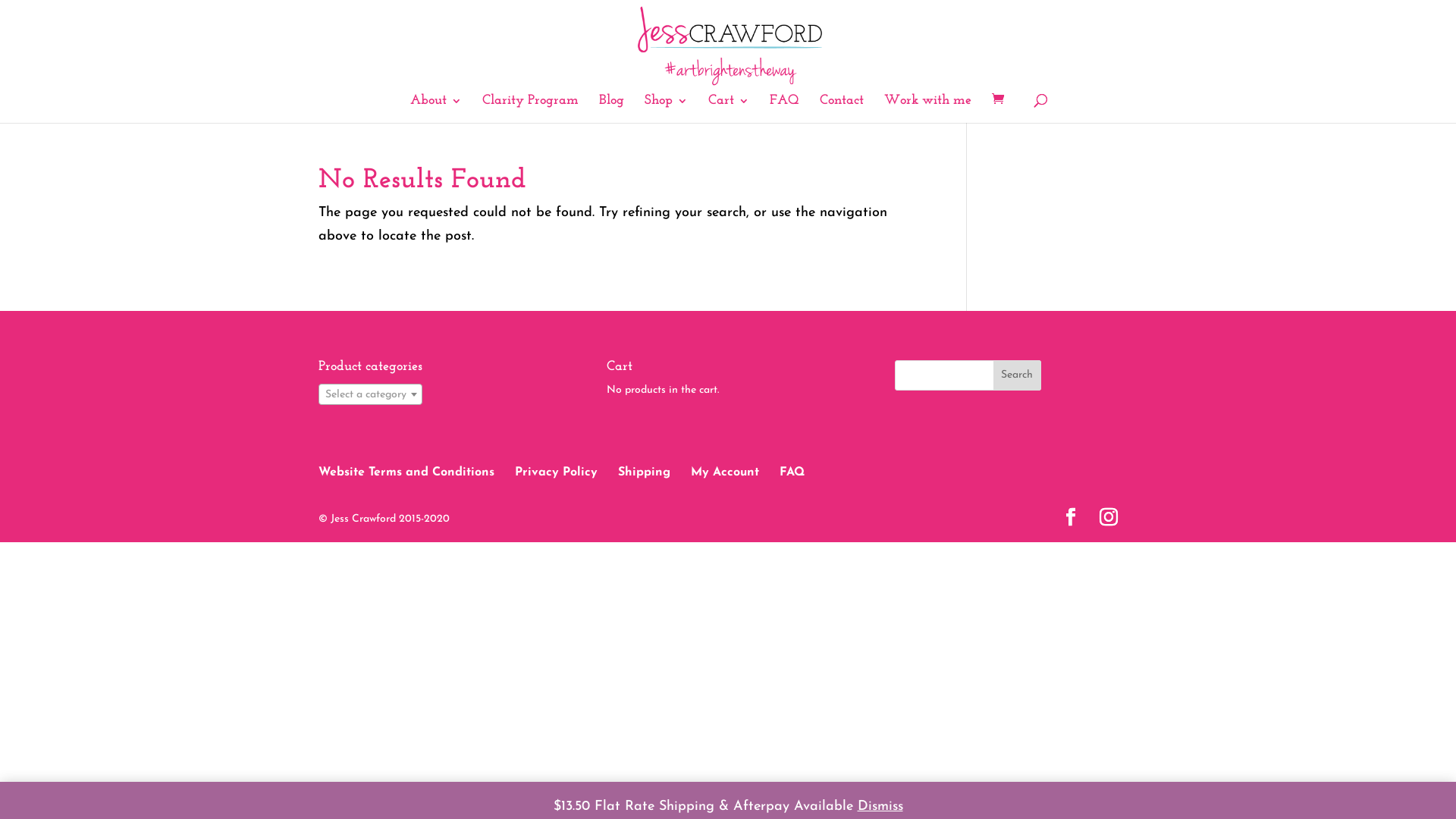 The image size is (1456, 819). I want to click on 'Privacy Policy', so click(555, 472).